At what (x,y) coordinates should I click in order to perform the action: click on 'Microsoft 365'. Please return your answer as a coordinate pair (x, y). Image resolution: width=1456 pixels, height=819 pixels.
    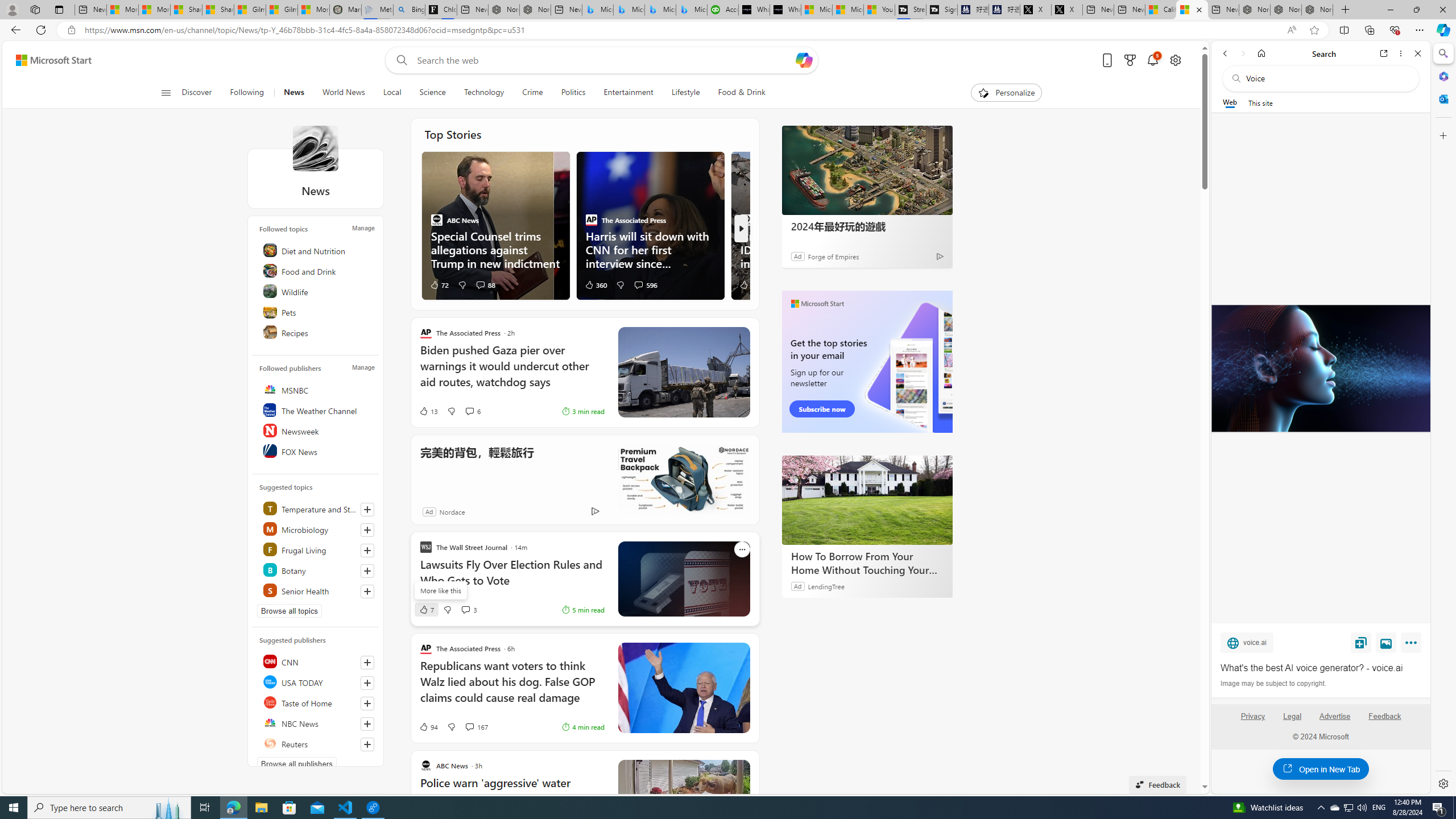
    Looking at the image, I should click on (1442, 76).